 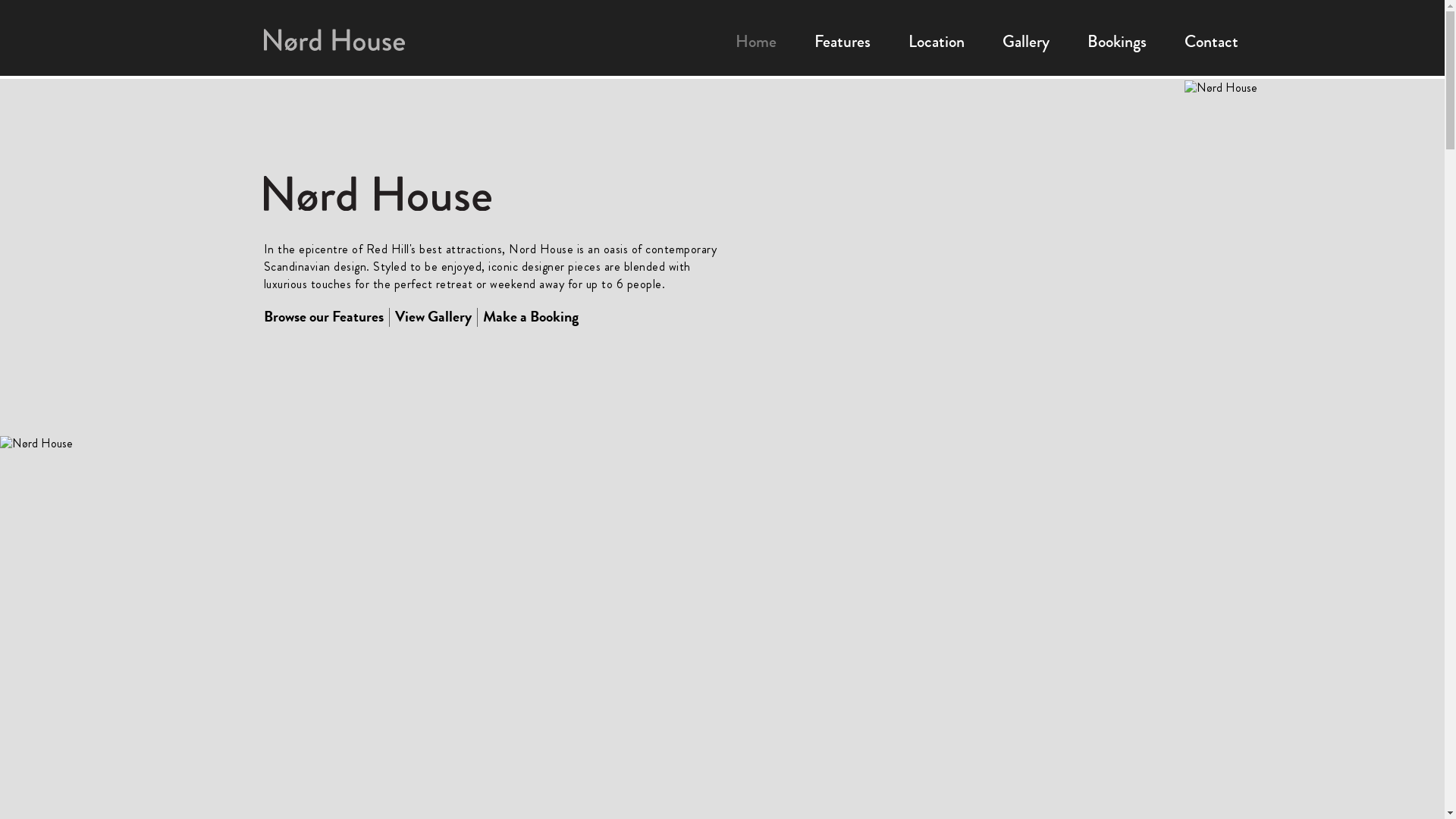 I want to click on 'View Gallery', so click(x=431, y=315).